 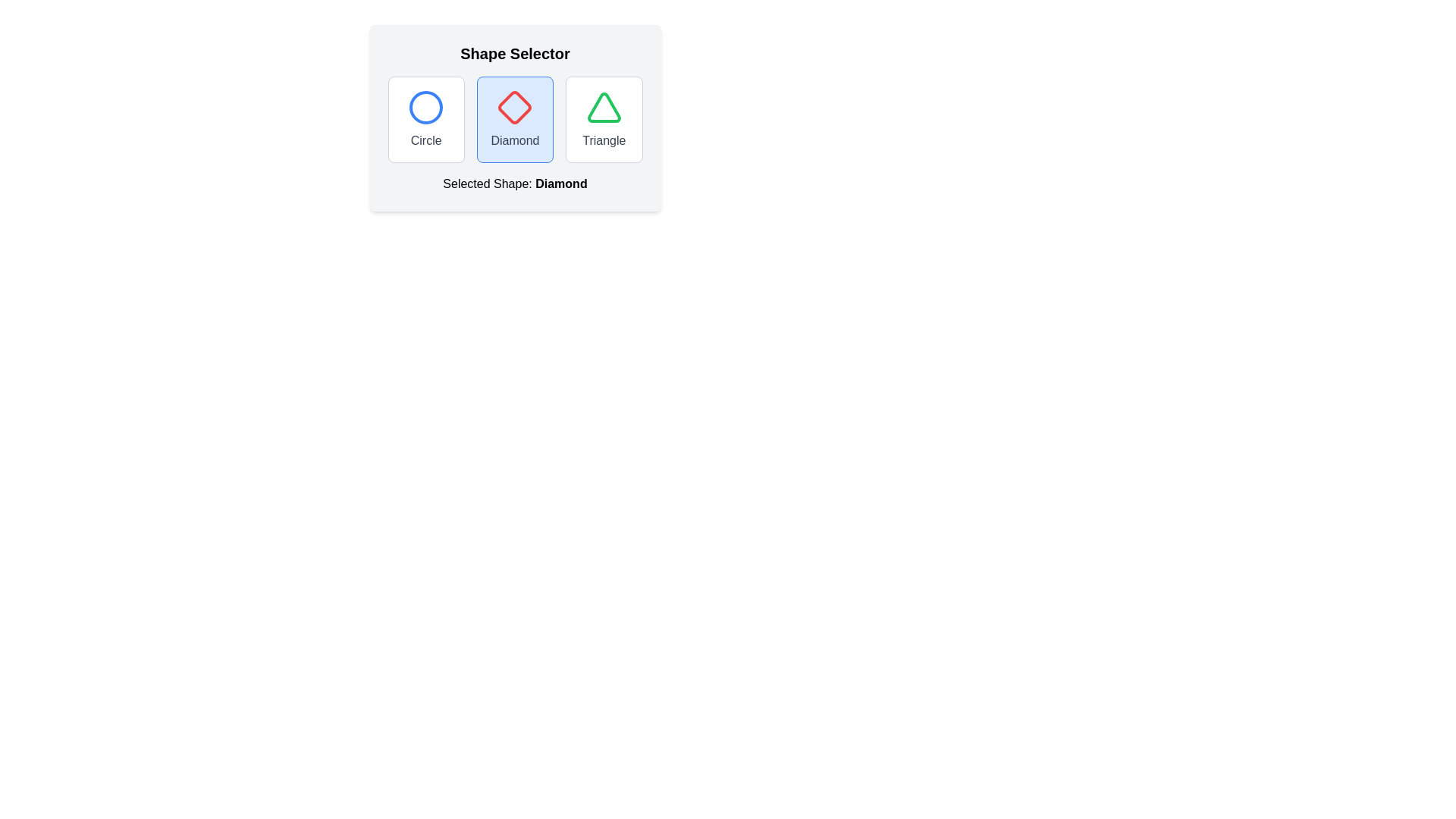 What do you see at coordinates (515, 107) in the screenshot?
I see `the diamond-shaped icon within the 'Diamond' button, which is the second option in the shape selector interface` at bounding box center [515, 107].